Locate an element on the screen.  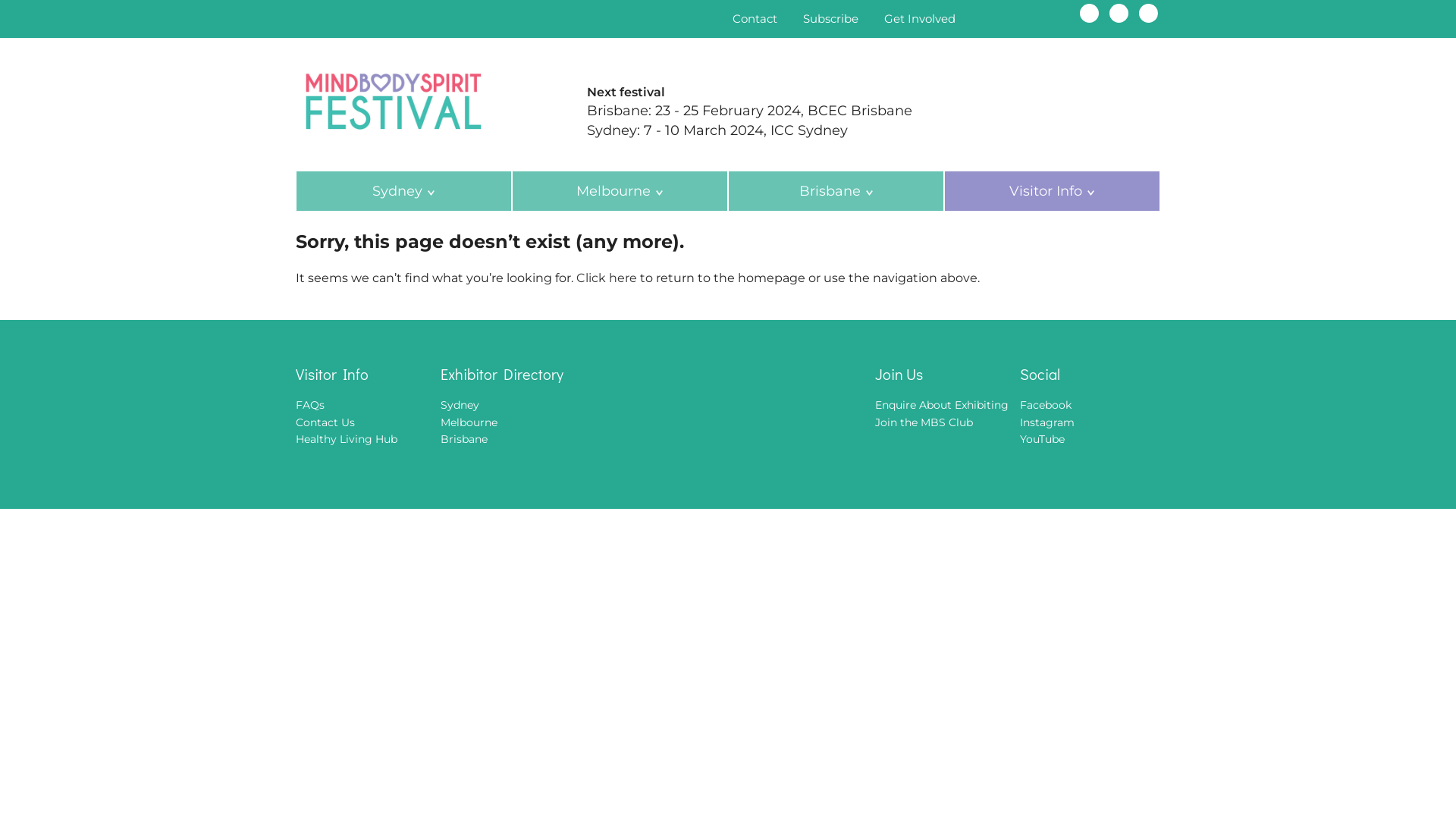
'Visitor Info' is located at coordinates (366, 374).